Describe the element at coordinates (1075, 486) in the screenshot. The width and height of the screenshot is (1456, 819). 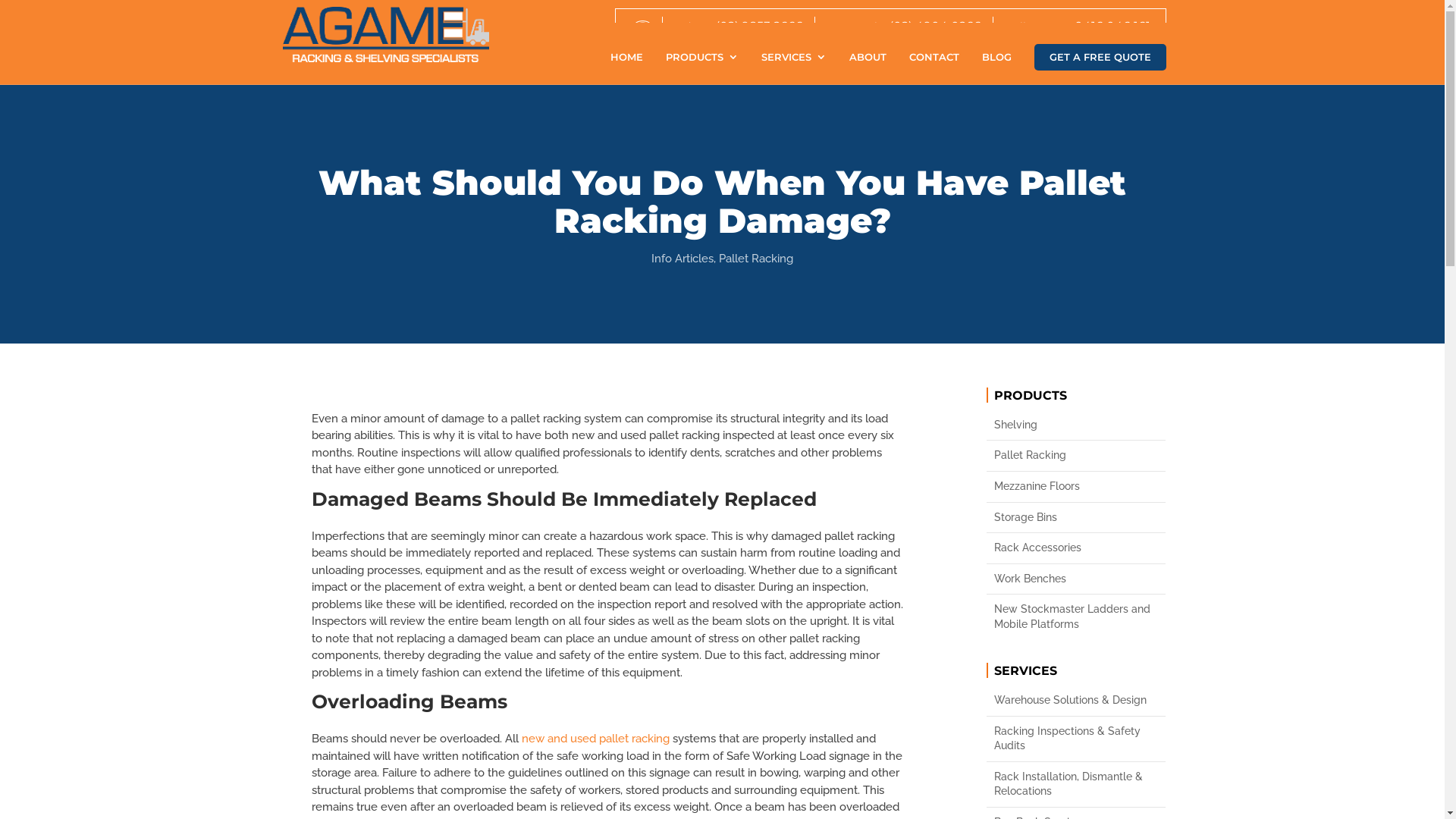
I see `'Mezzanine Floors'` at that location.